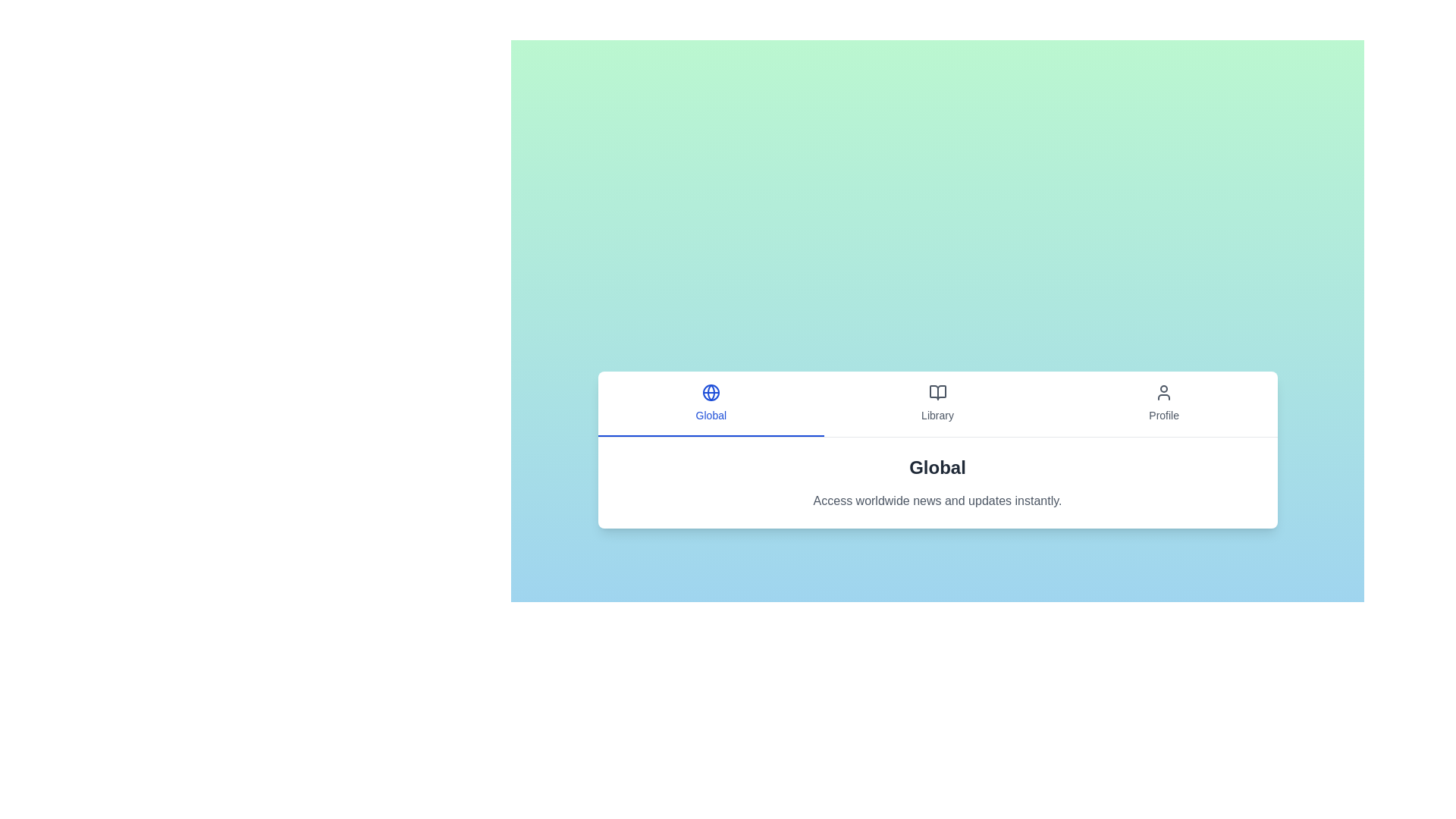  I want to click on the tab button corresponding to Global, so click(710, 403).